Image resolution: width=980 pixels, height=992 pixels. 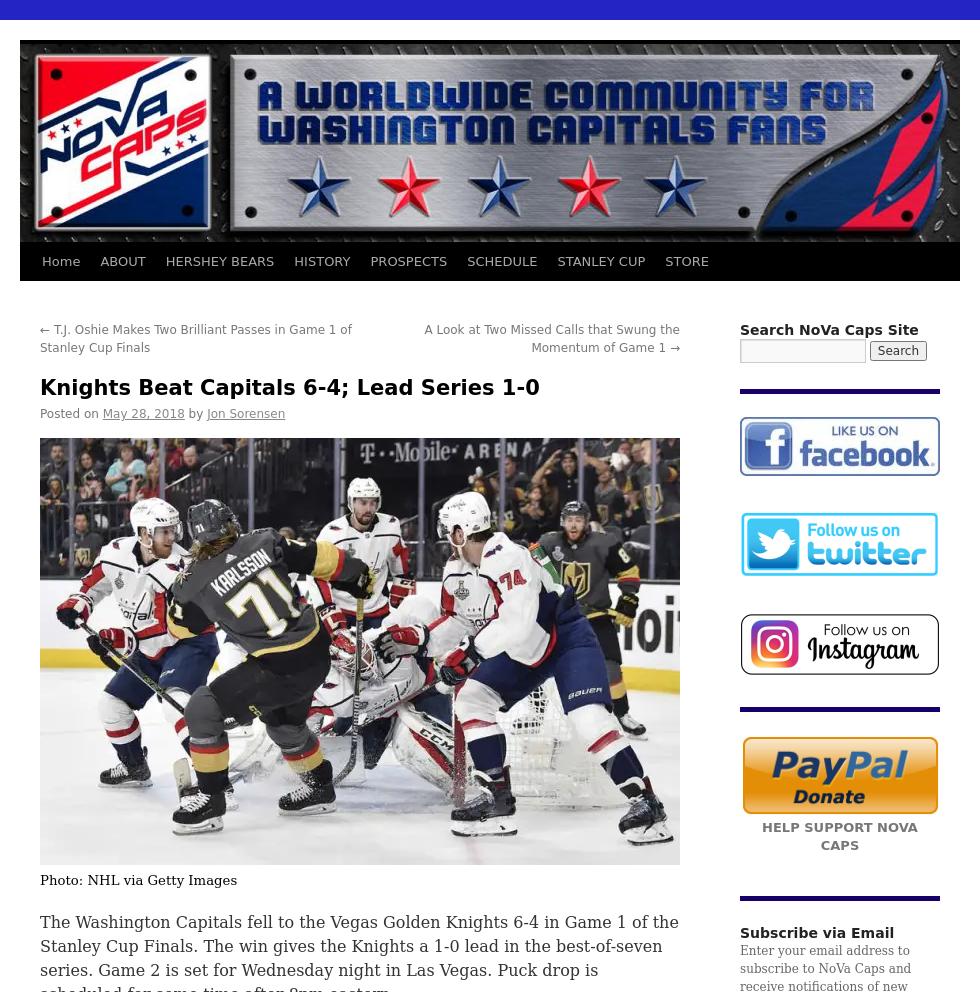 What do you see at coordinates (206, 413) in the screenshot?
I see `'Jon Sorensen'` at bounding box center [206, 413].